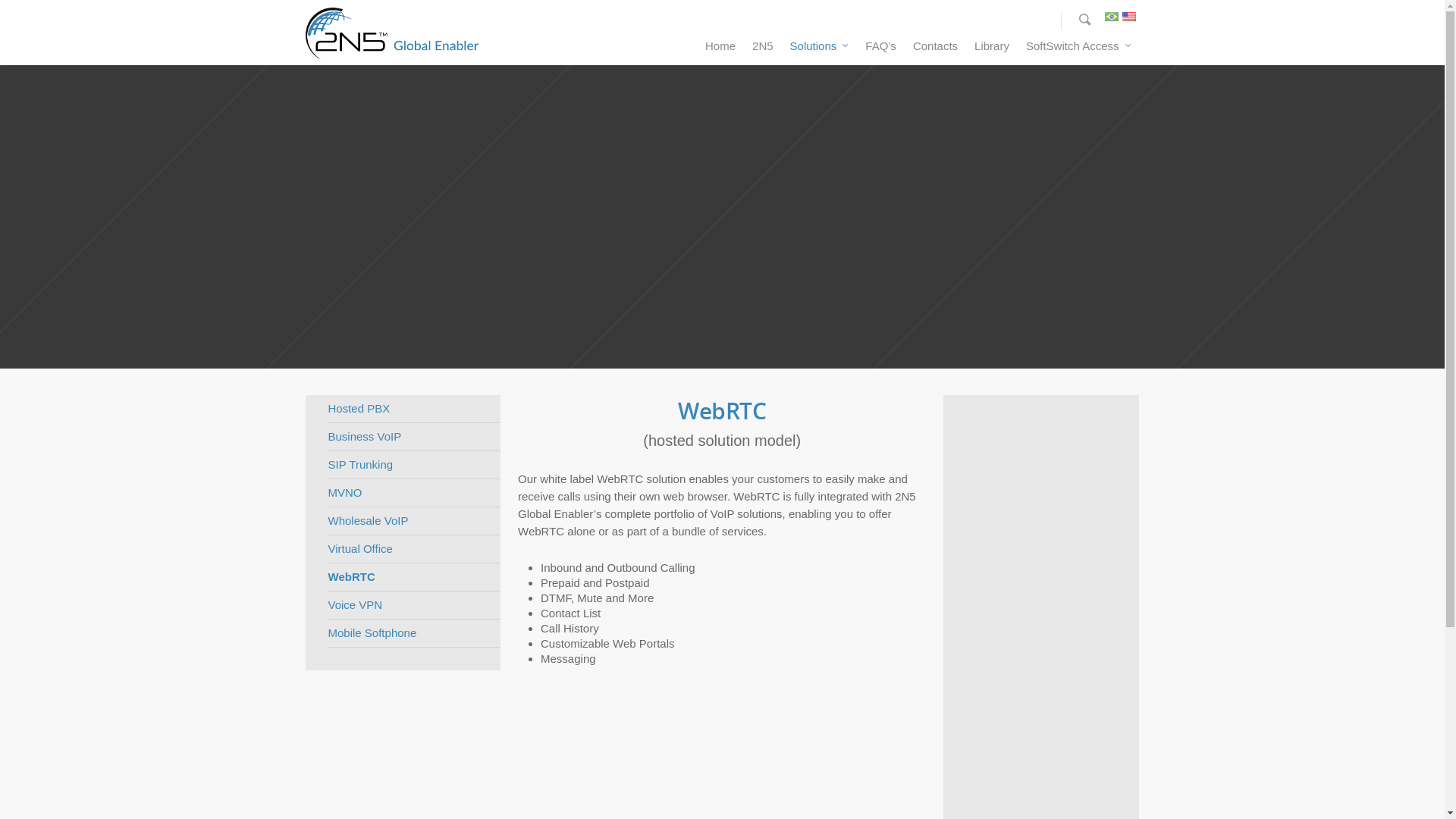 This screenshot has width=1456, height=819. Describe the element at coordinates (934, 49) in the screenshot. I see `'Contacts'` at that location.